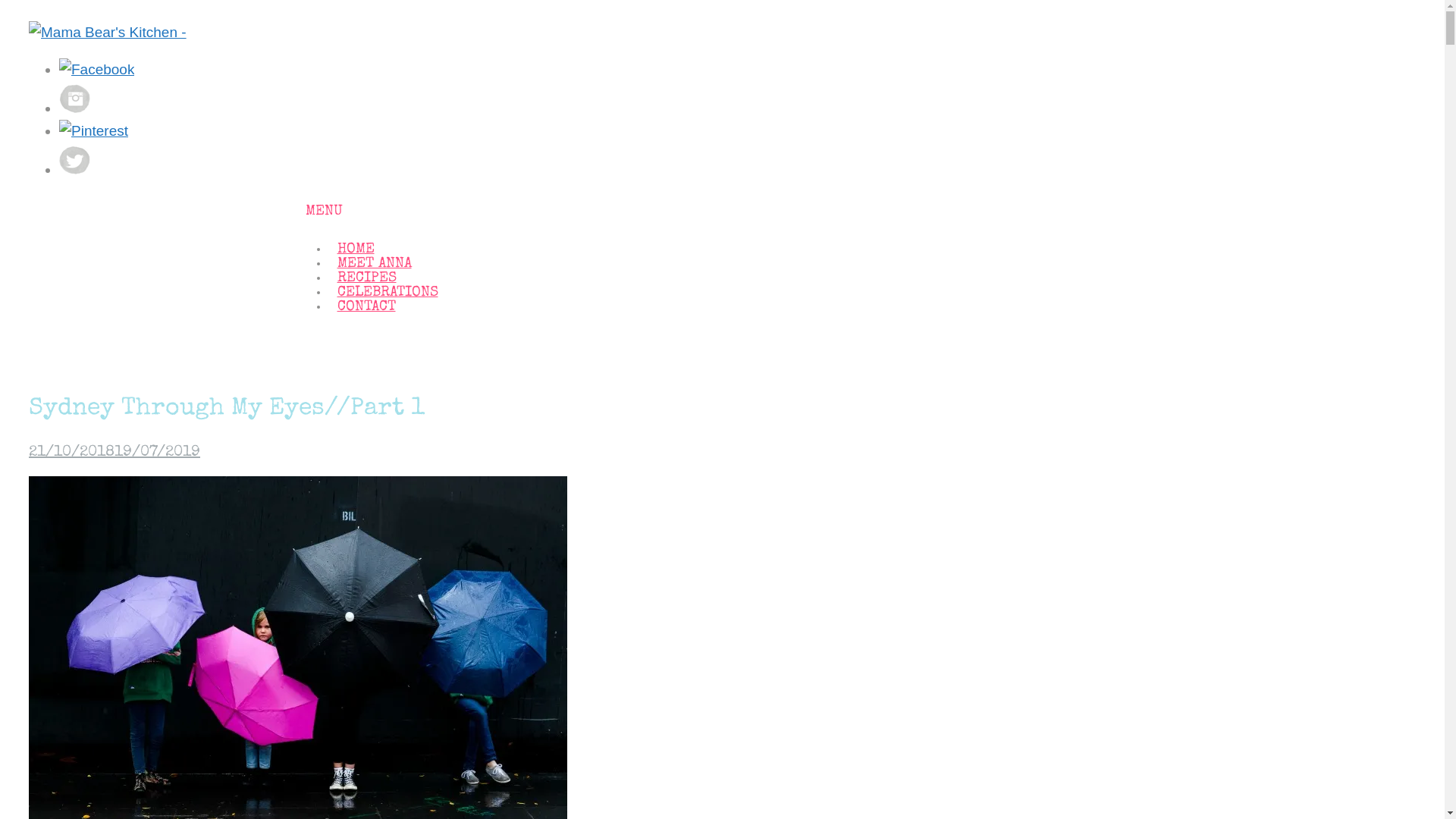  Describe the element at coordinates (374, 263) in the screenshot. I see `'MEET ANNA'` at that location.